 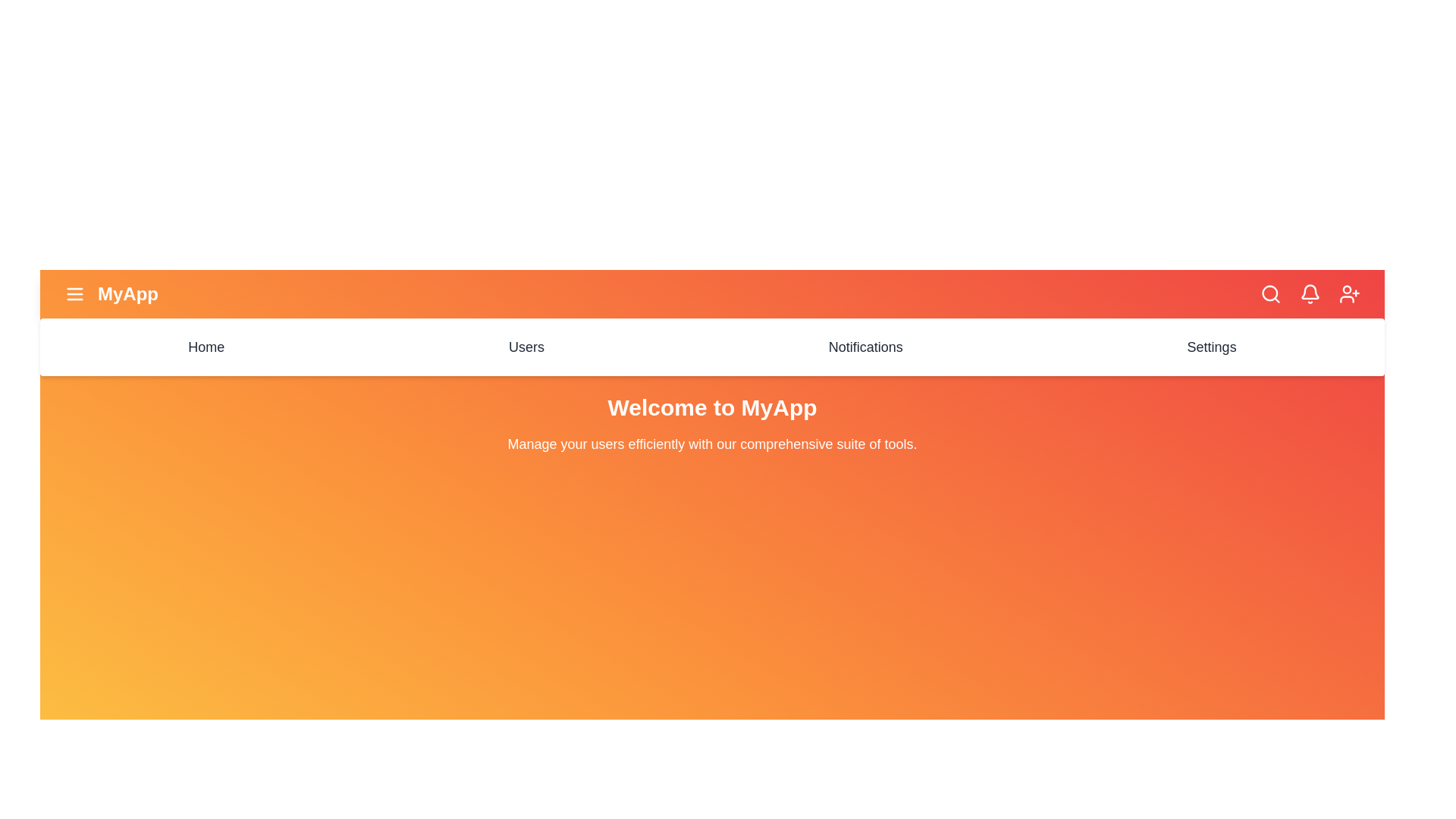 I want to click on the menu item Notifications to navigate to the corresponding section, so click(x=865, y=347).